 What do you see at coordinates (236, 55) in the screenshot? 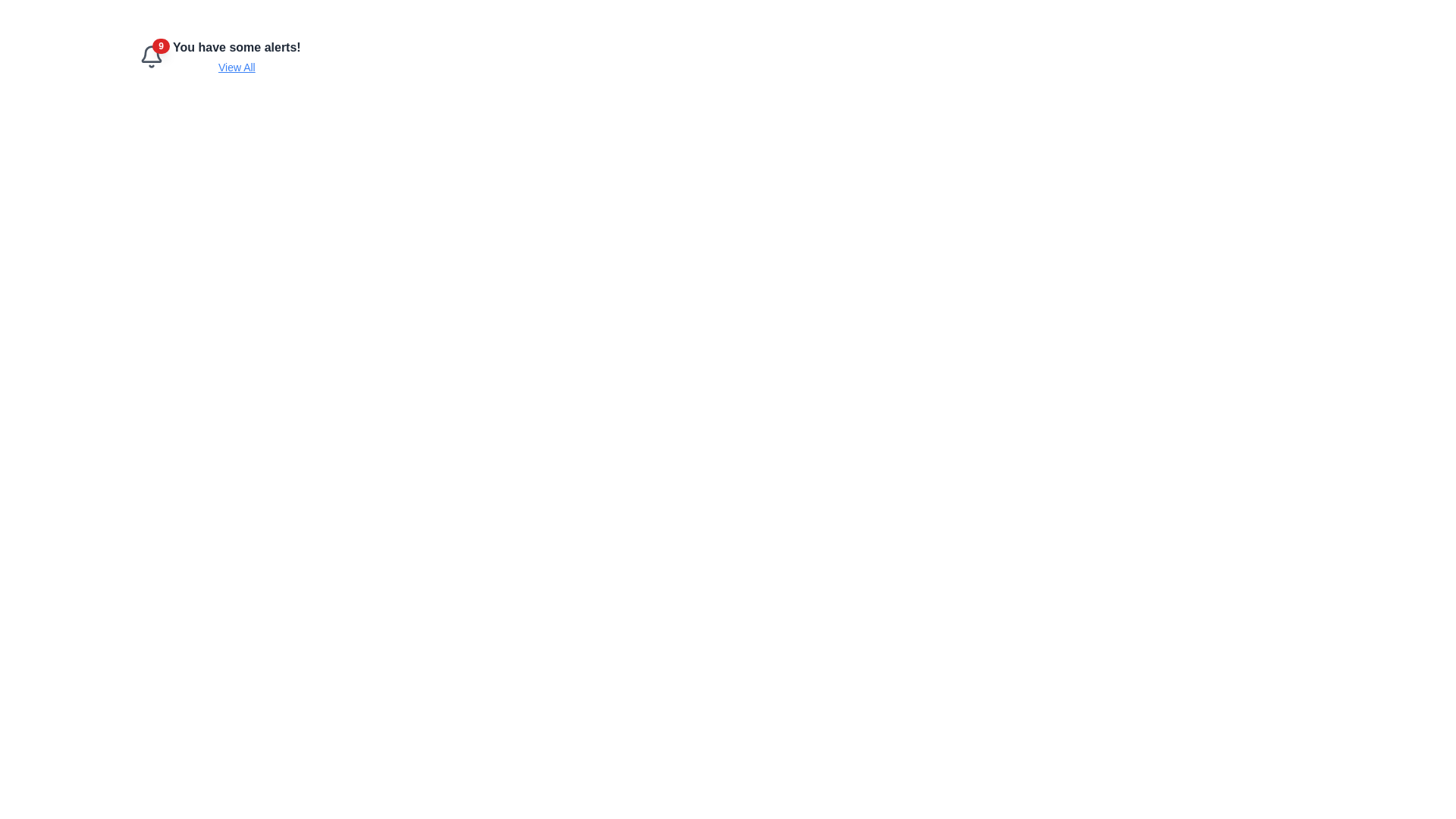
I see `the clickable link in the alert notification area that provides more details about pending alerts` at bounding box center [236, 55].